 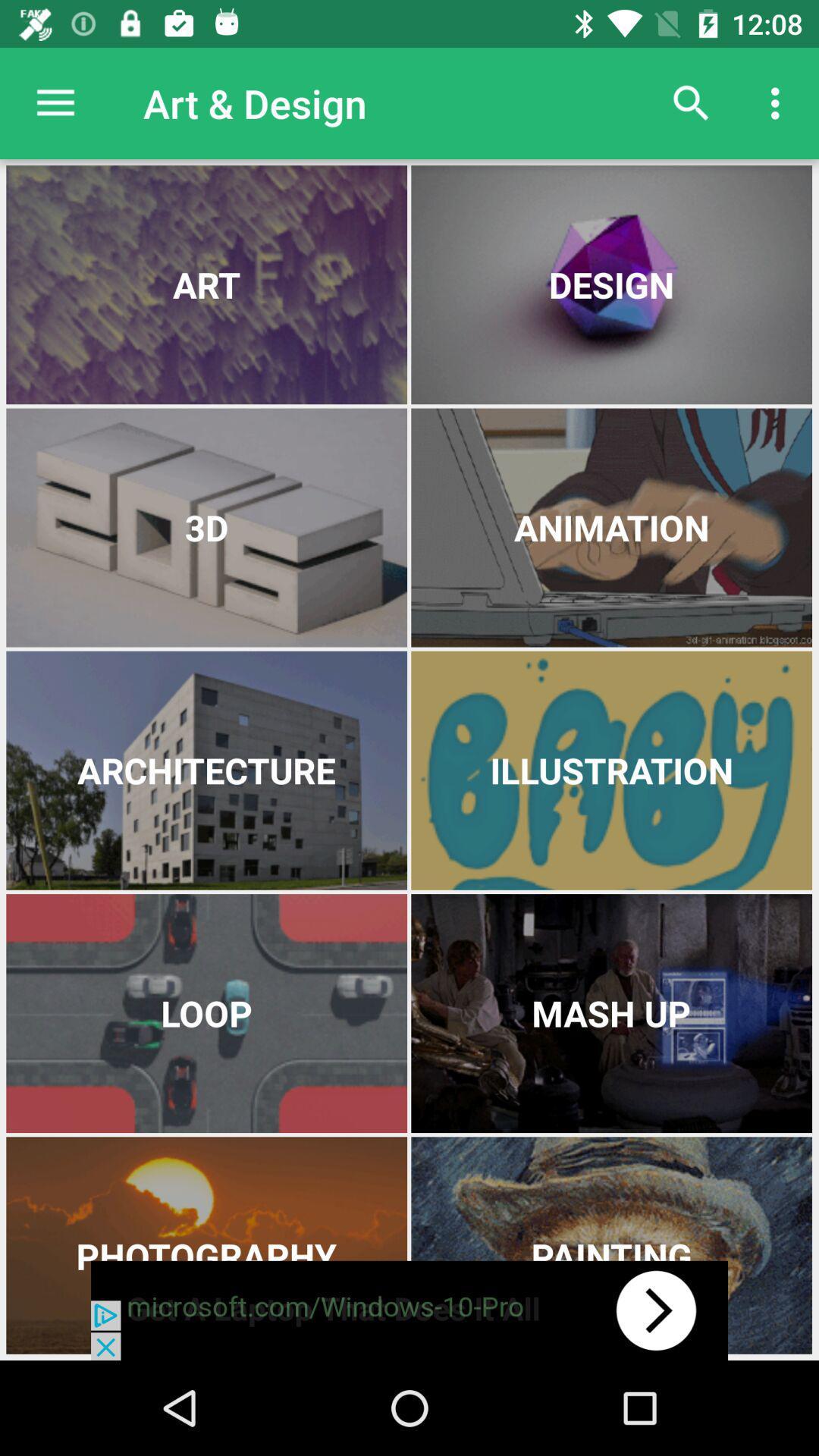 I want to click on second position in the first row, so click(x=610, y=284).